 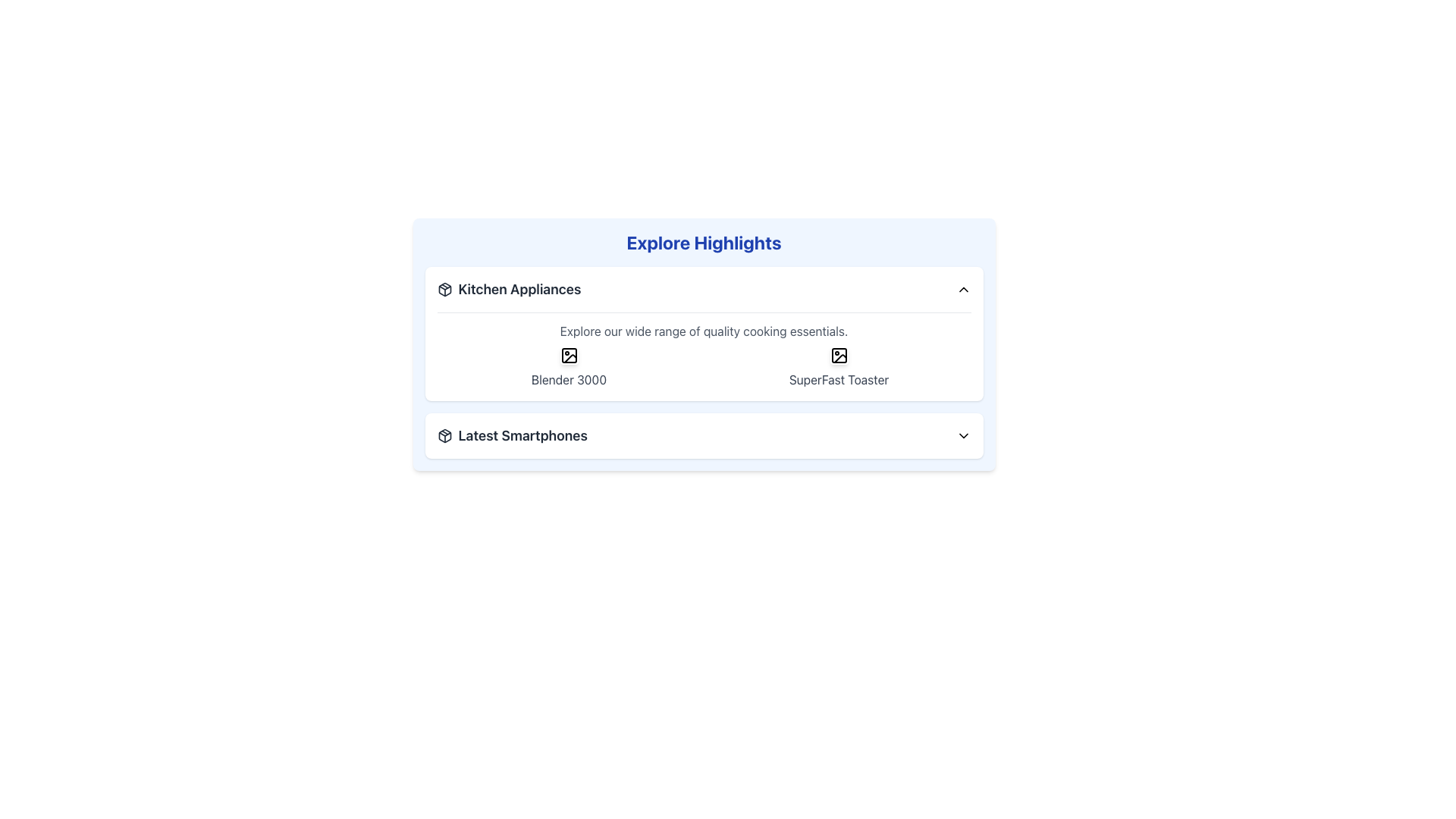 I want to click on the downwards-facing chevron-shaped icon located to the right of the text 'Latest Smartphones', so click(x=962, y=435).